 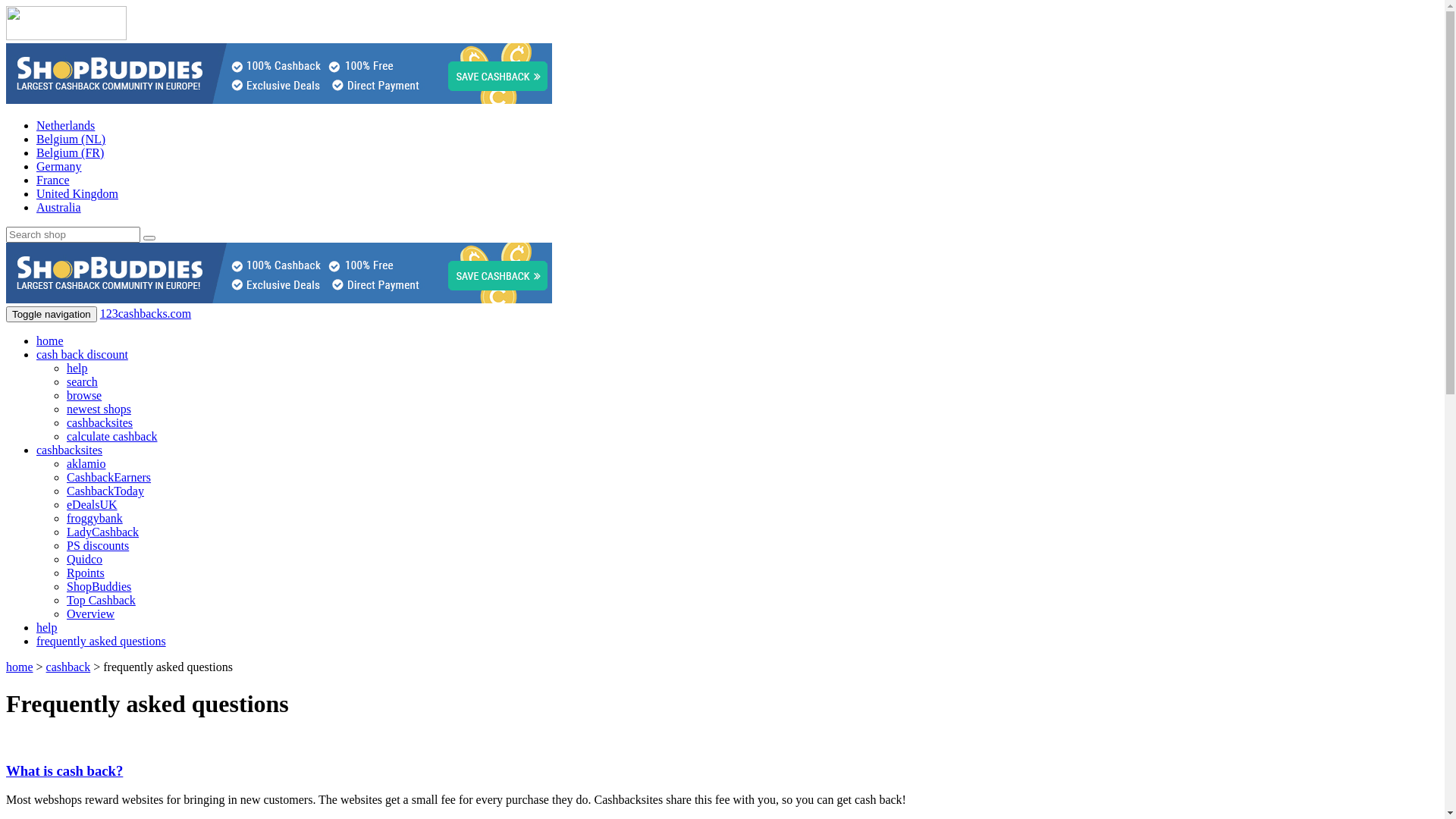 I want to click on 'cashback', so click(x=67, y=666).